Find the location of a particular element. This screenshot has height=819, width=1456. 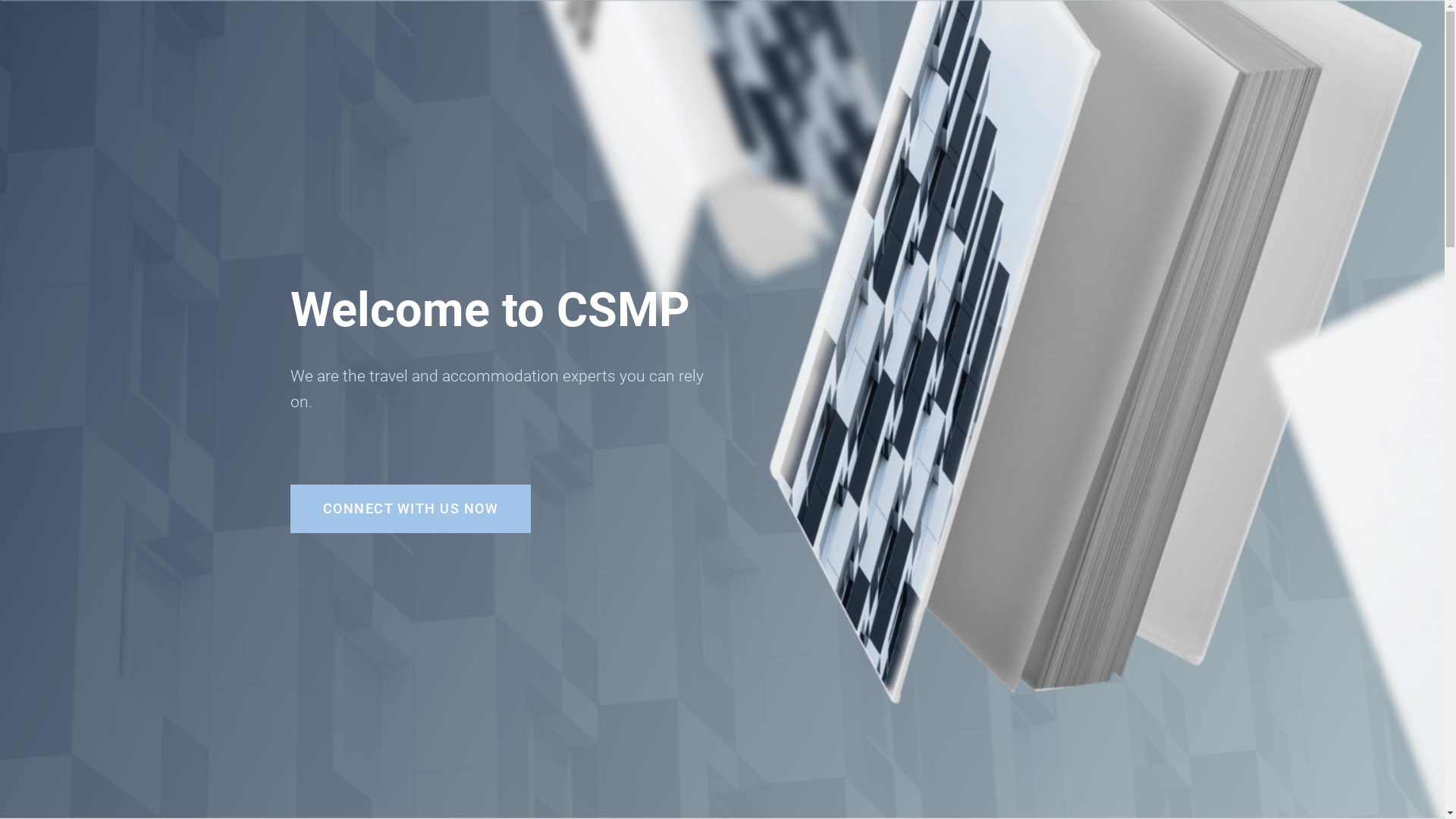

'CONNECT WITH US NOW' is located at coordinates (410, 509).